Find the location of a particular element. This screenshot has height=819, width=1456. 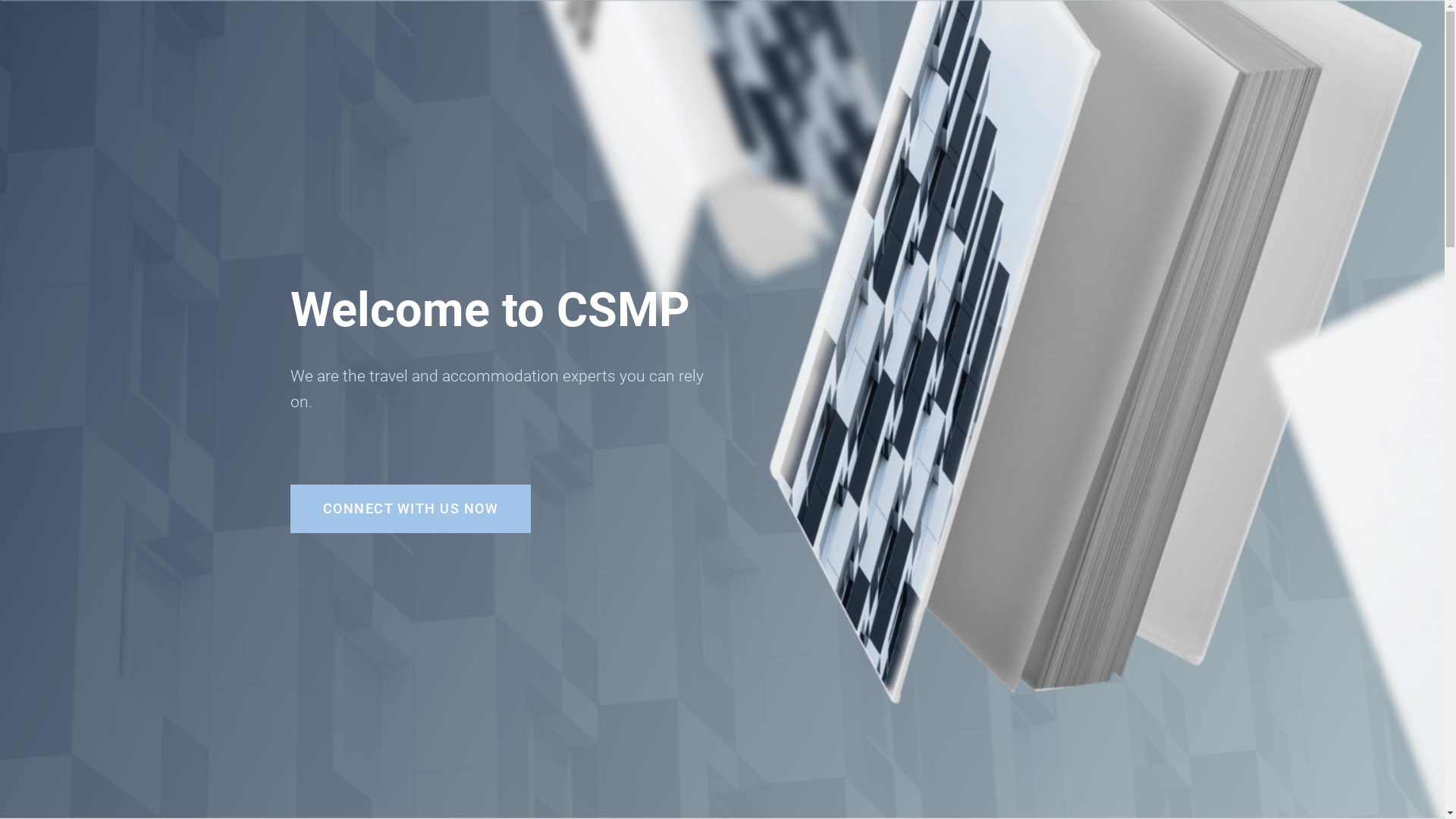

'CONNECT WITH US NOW' is located at coordinates (410, 509).